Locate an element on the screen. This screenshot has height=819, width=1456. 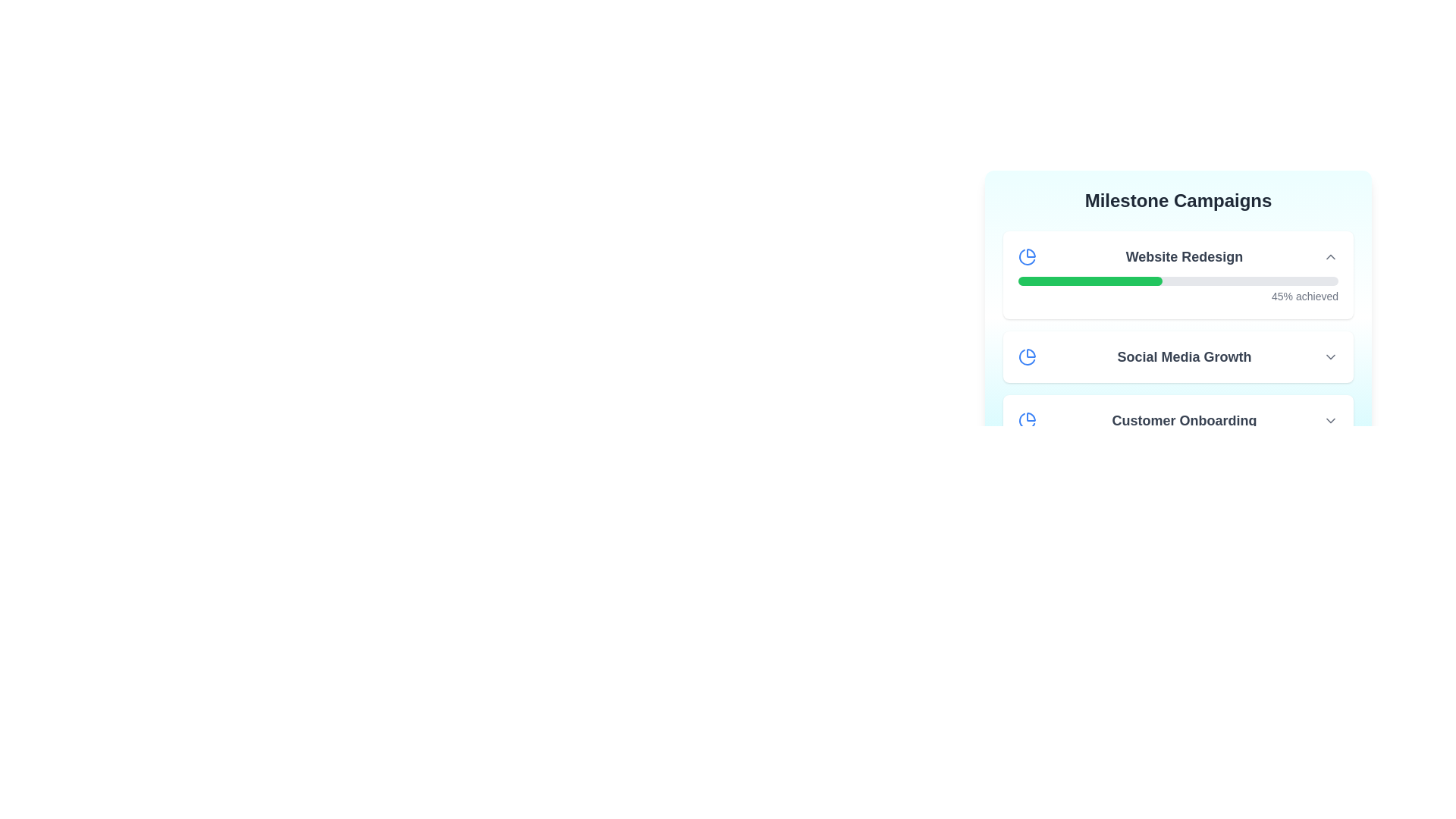
the 'Social Media Growth' list item, which features a blue outlined pie chart icon followed by bold gray text and a downward chevron is located at coordinates (1178, 356).